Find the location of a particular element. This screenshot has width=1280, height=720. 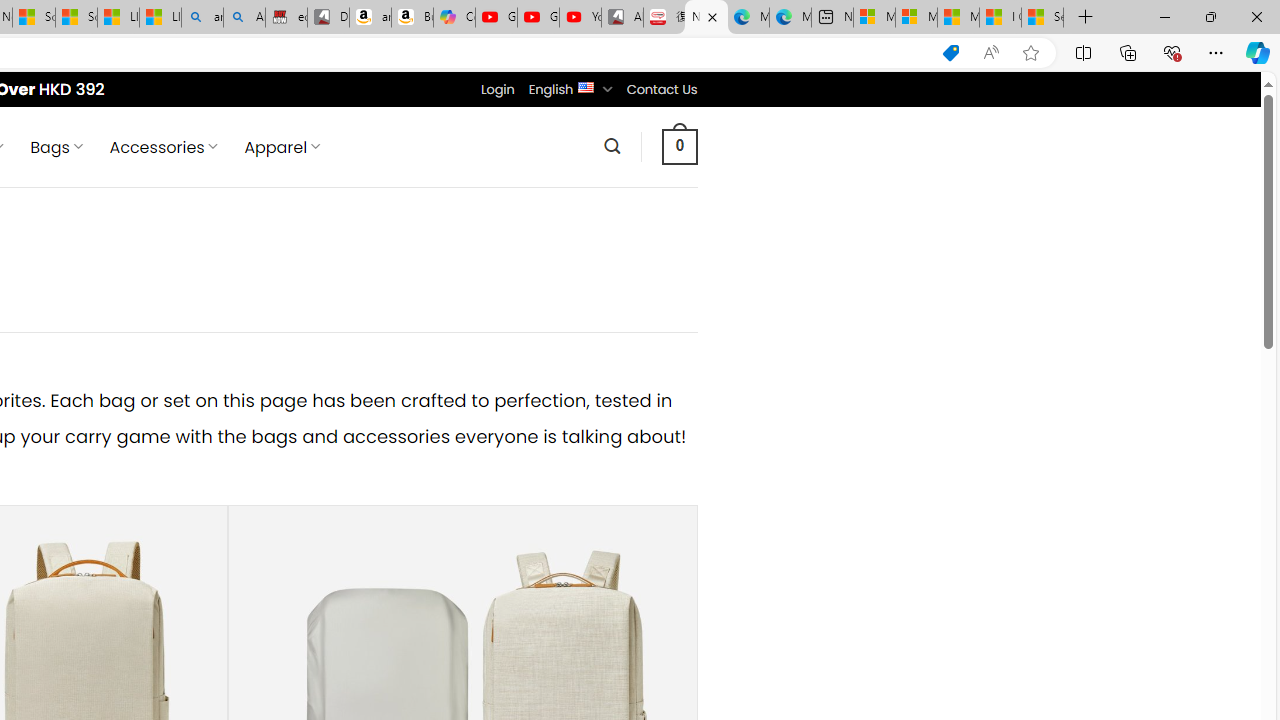

'amazon - Search' is located at coordinates (202, 17).